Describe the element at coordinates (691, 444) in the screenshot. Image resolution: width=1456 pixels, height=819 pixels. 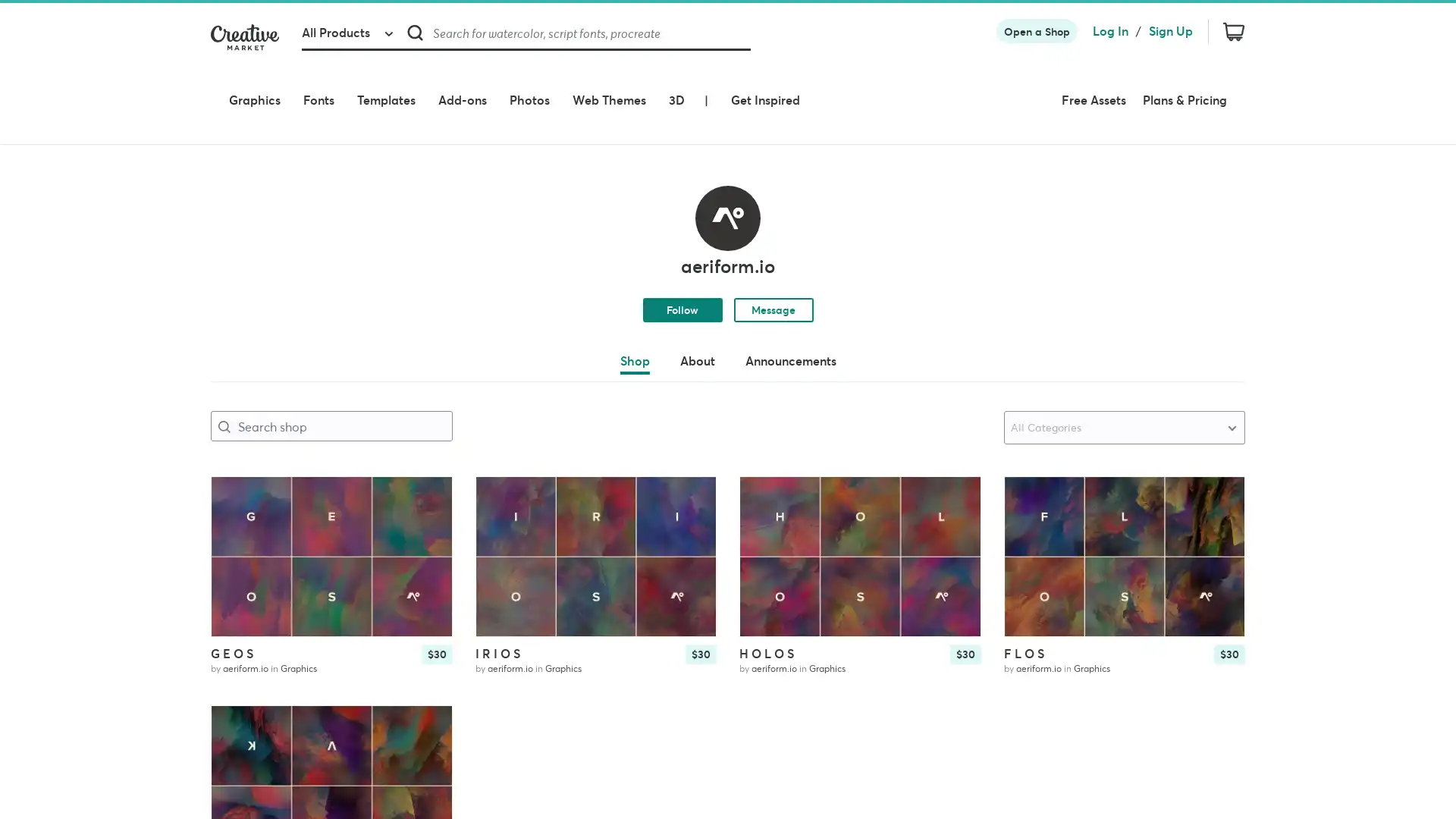
I see `Like` at that location.